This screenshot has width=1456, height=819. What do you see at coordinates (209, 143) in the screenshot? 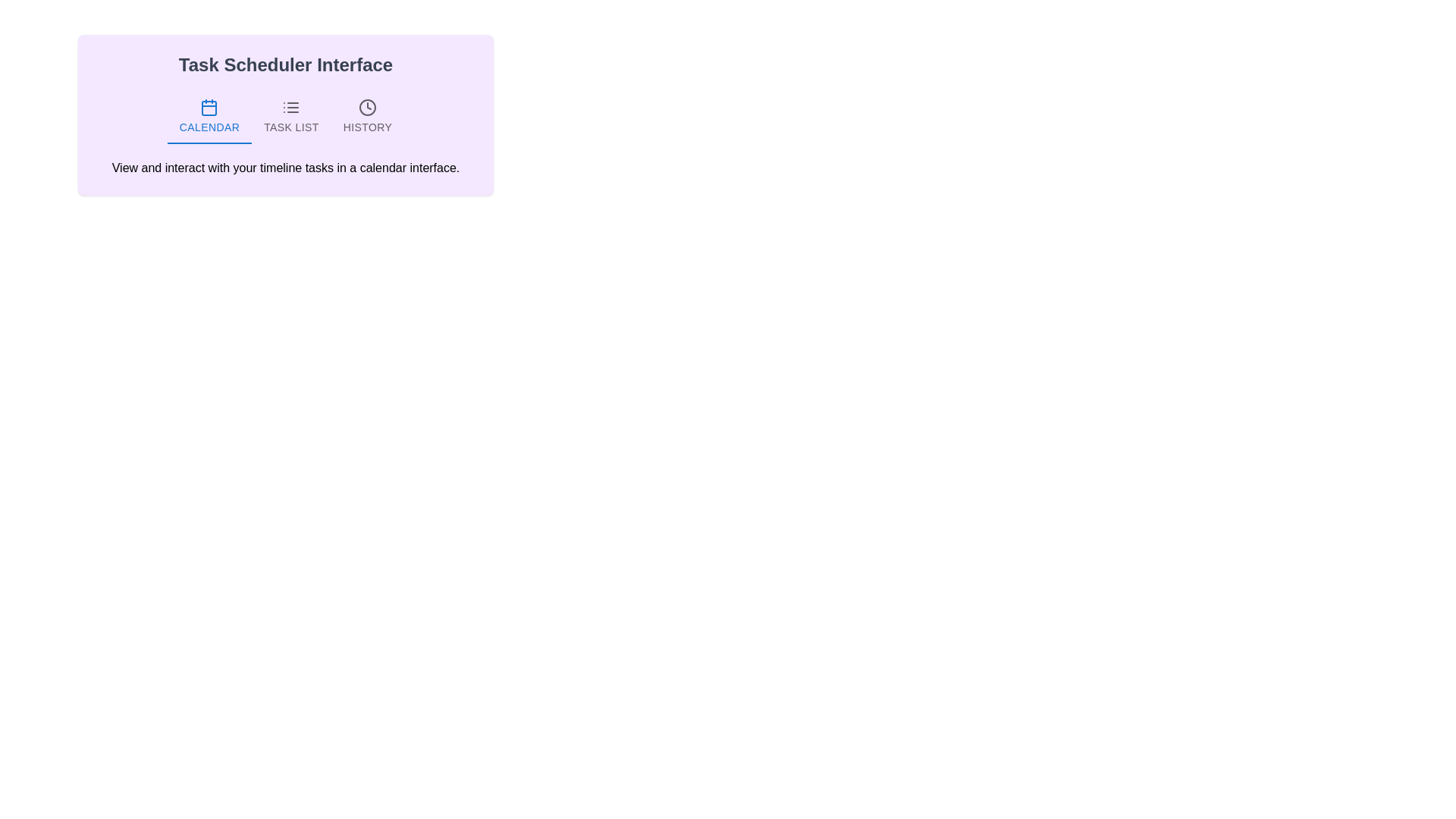
I see `the visual status of the indicator indicating the selected 'Calendar' tab, located under the 'Calendar' label` at bounding box center [209, 143].